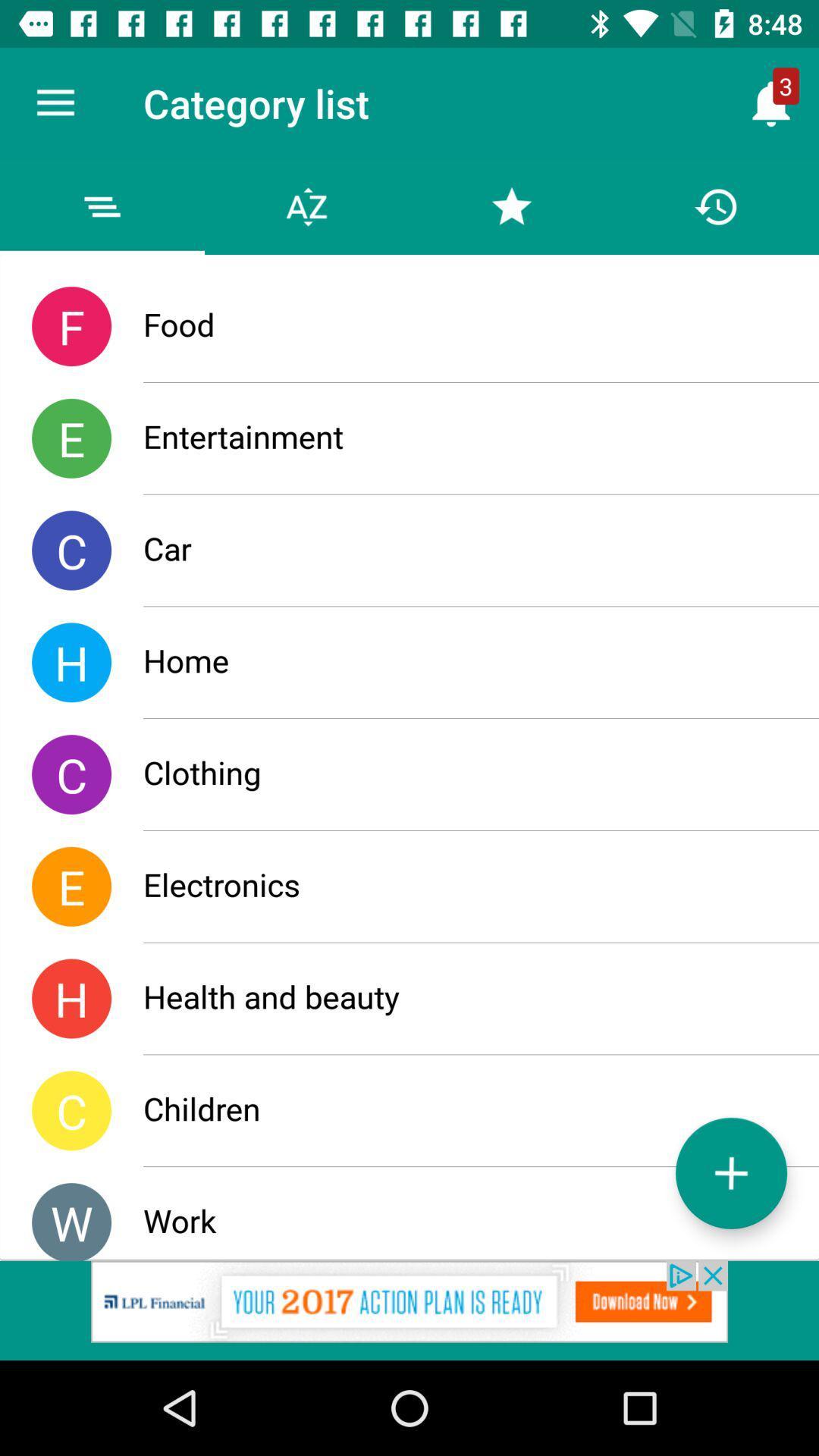  What do you see at coordinates (730, 1172) in the screenshot?
I see `the add icon` at bounding box center [730, 1172].